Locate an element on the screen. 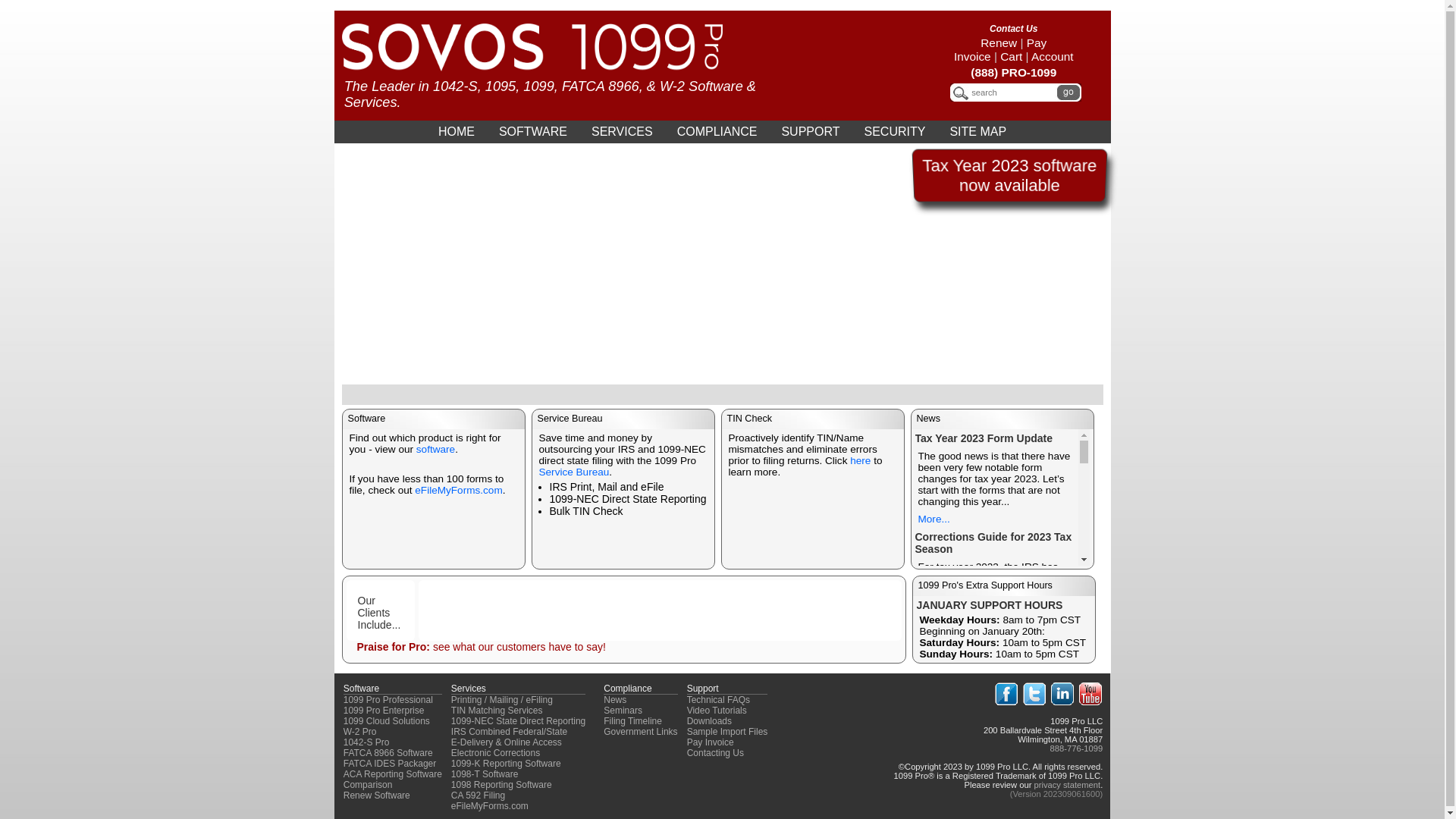 The height and width of the screenshot is (819, 1456). 'More...' is located at coordinates (932, 739).